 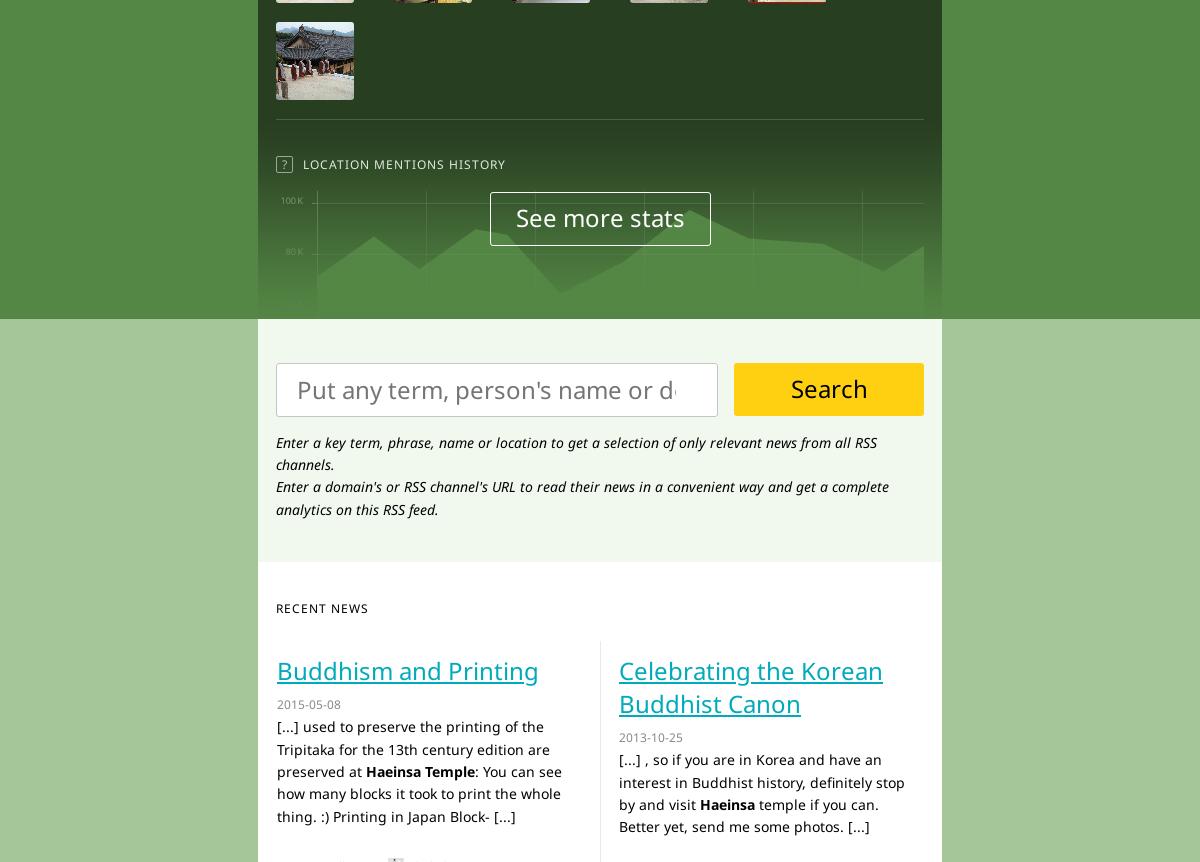 What do you see at coordinates (281, 163) in the screenshot?
I see `'?'` at bounding box center [281, 163].